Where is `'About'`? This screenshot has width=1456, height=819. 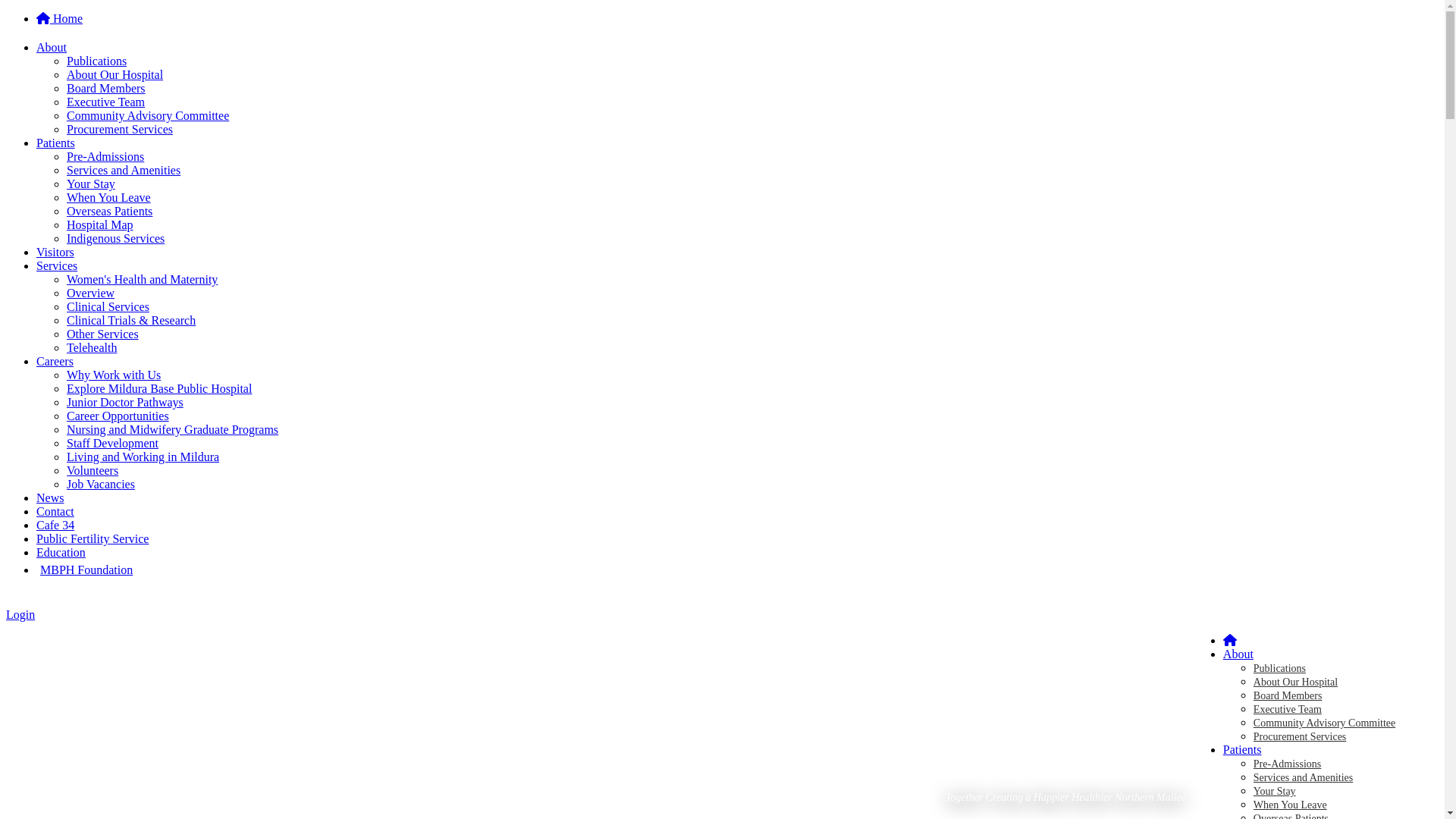 'About' is located at coordinates (1238, 653).